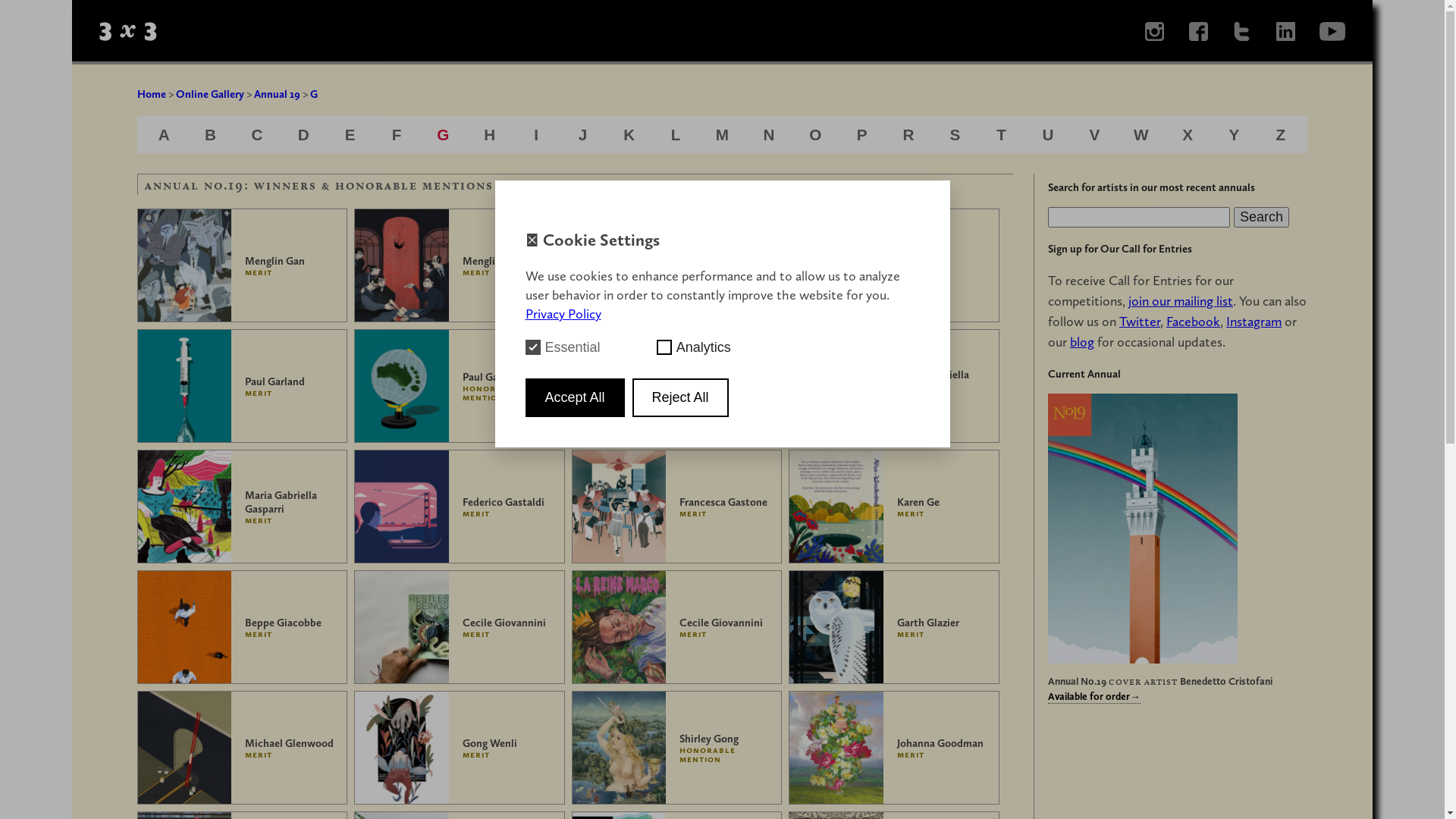 This screenshot has width=1456, height=819. What do you see at coordinates (573, 397) in the screenshot?
I see `'Accept All'` at bounding box center [573, 397].